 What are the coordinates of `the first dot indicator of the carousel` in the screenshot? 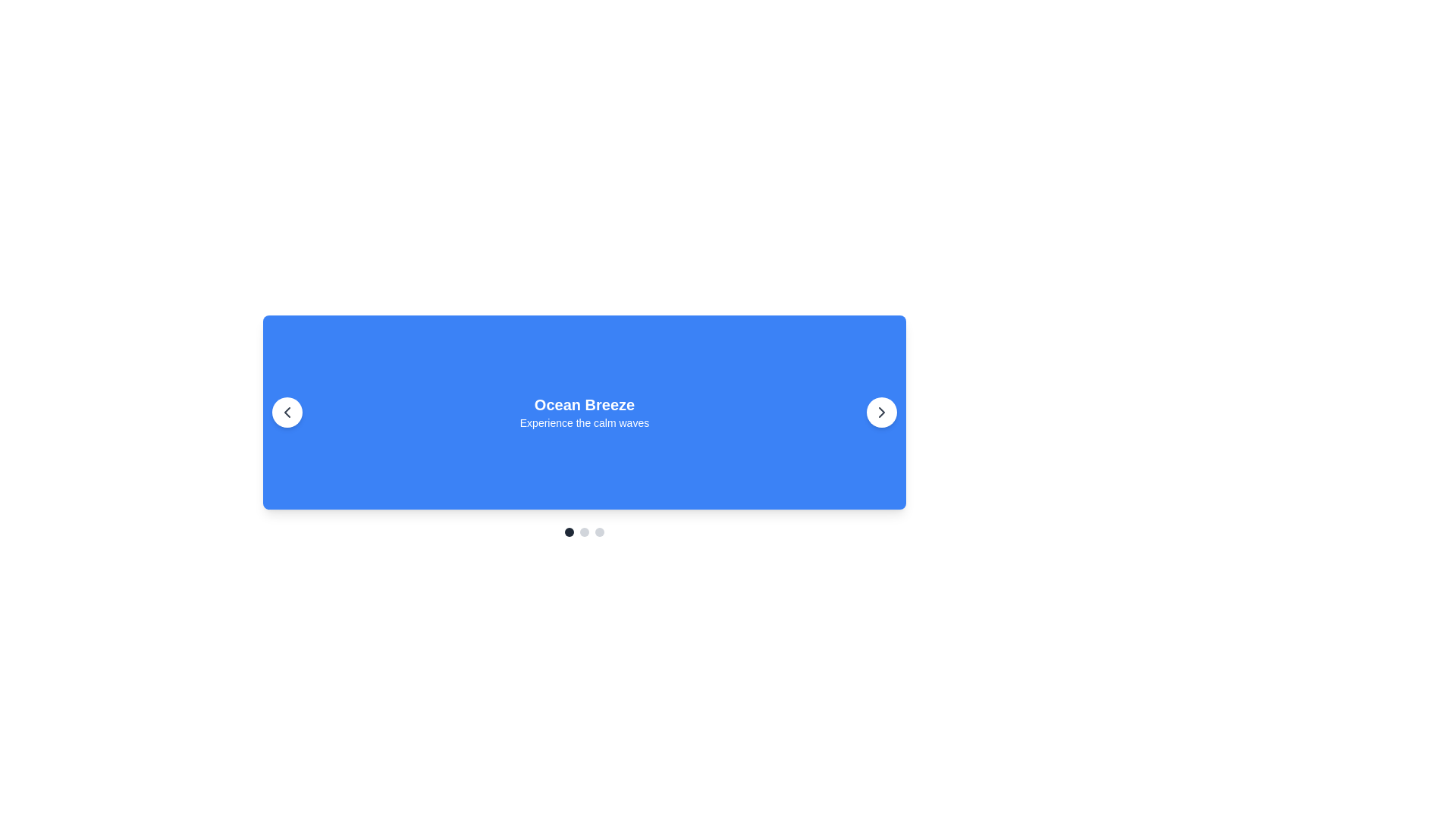 It's located at (568, 532).